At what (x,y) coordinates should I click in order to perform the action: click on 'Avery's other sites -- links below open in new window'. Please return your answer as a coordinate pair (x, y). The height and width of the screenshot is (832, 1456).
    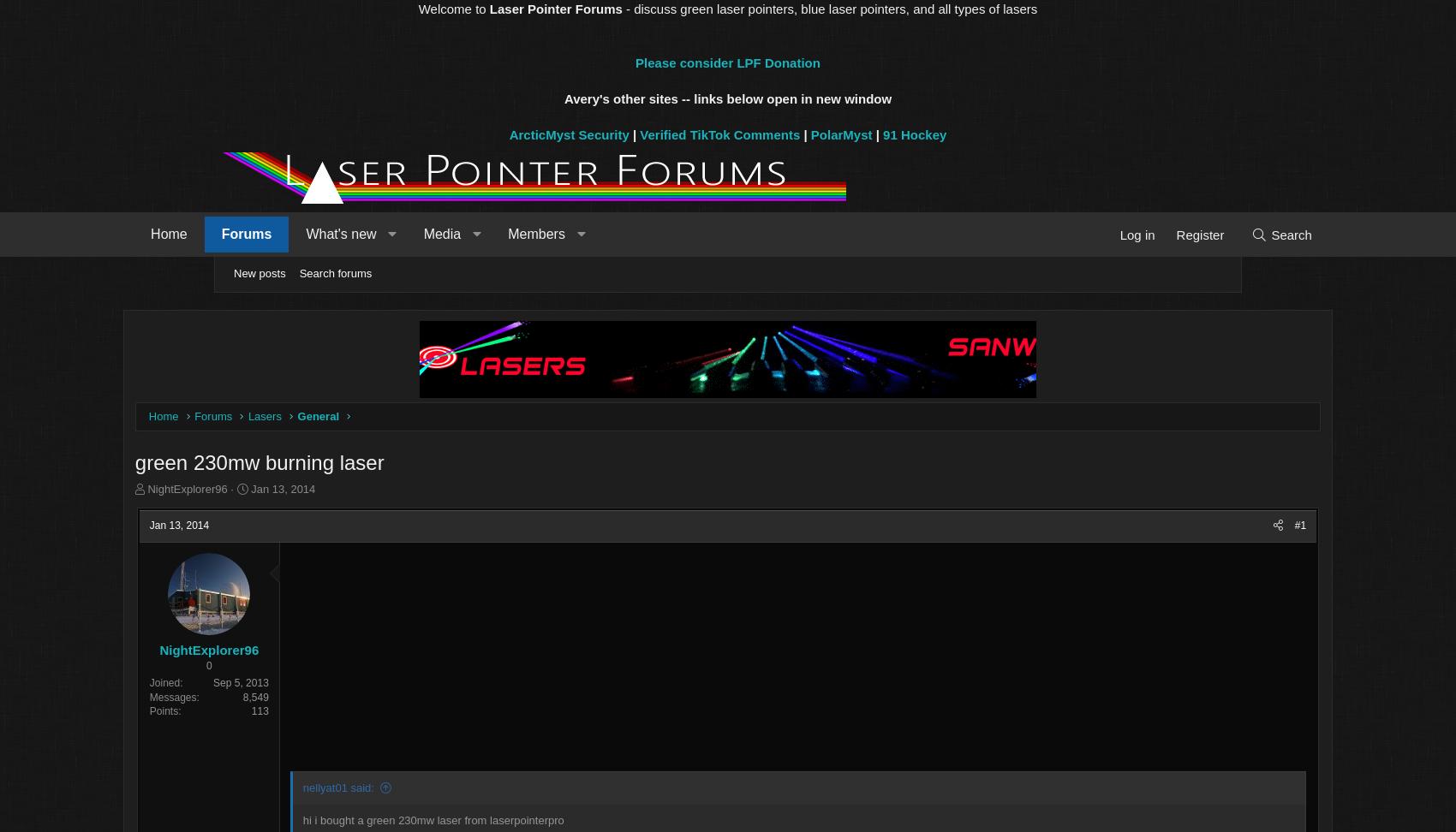
    Looking at the image, I should click on (726, 98).